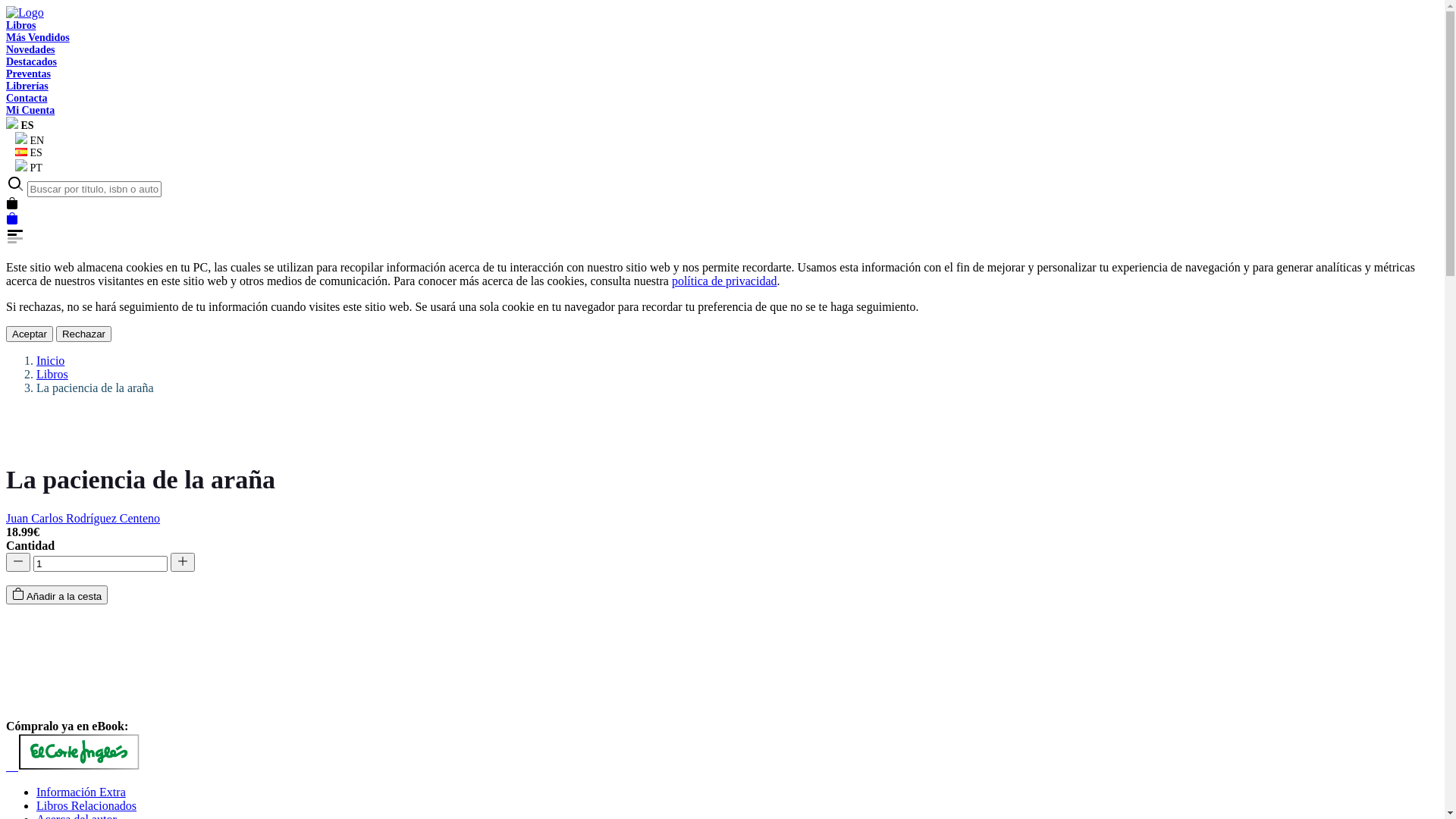  I want to click on 'Aceptar', so click(6, 333).